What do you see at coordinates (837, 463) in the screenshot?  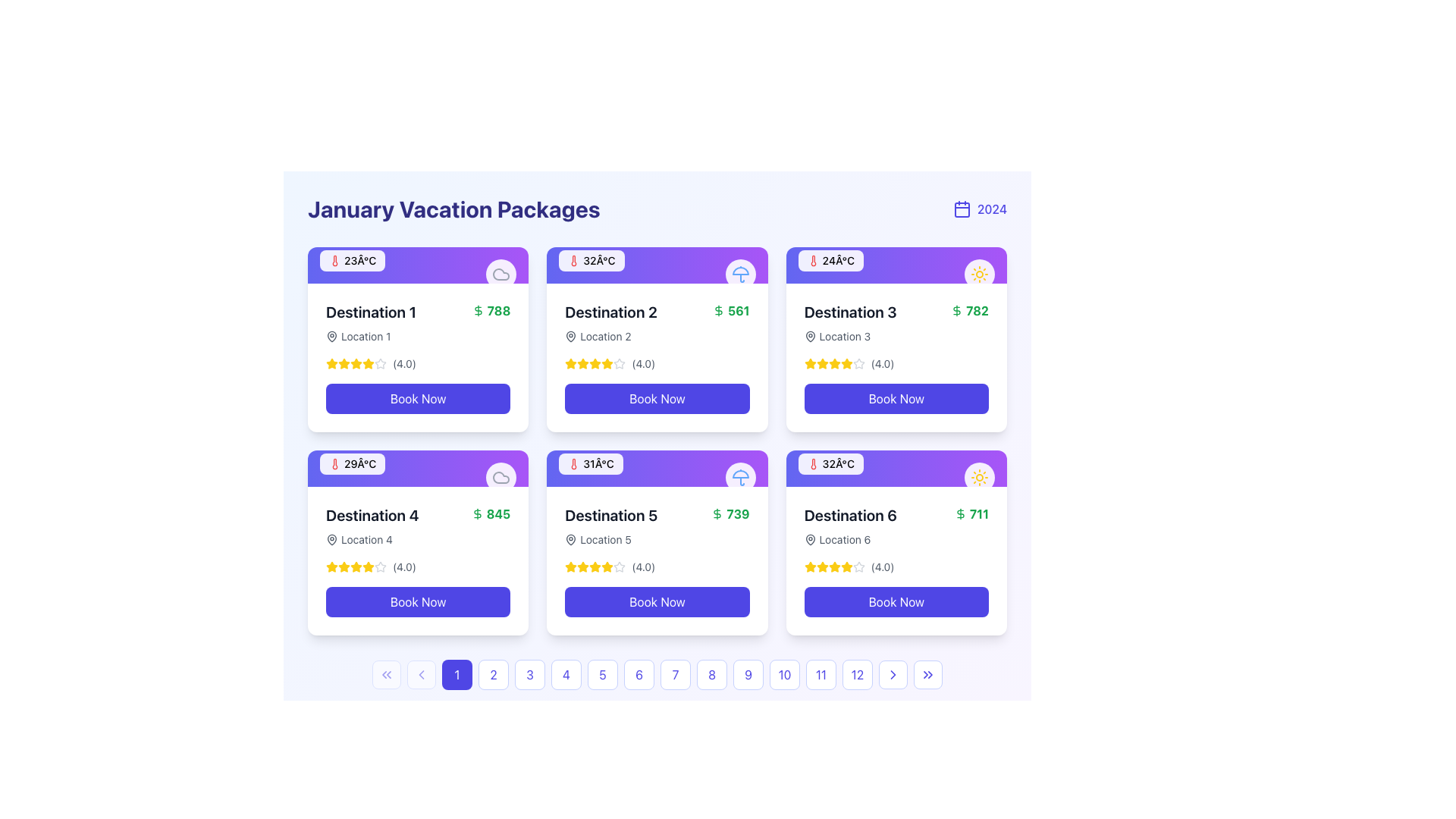 I see `the static text element displaying the current temperature, located in the sixth card of a grid layout, positioned at the top-left corner adjacent to a thermometer icon` at bounding box center [837, 463].